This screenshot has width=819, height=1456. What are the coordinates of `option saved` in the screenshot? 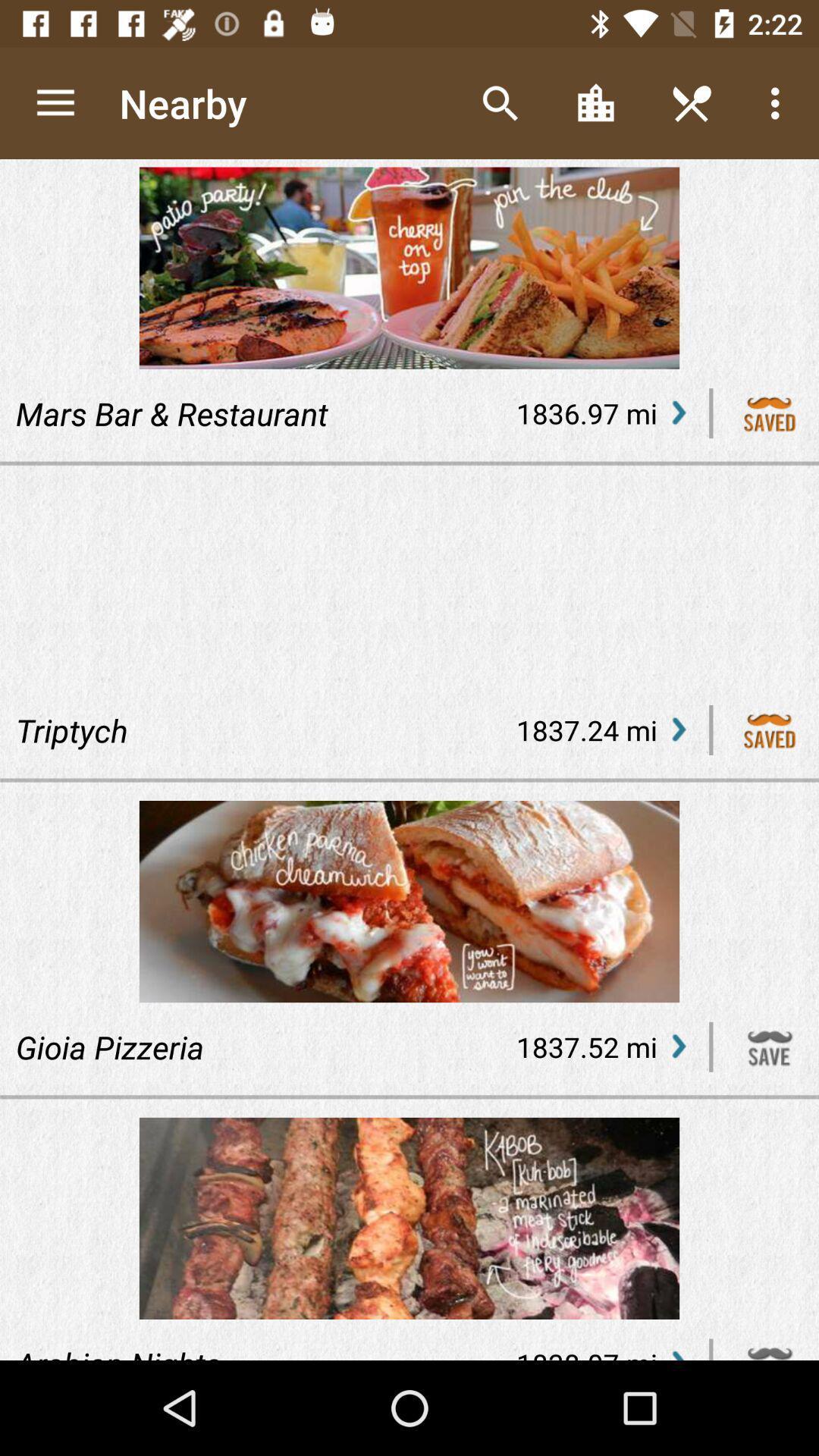 It's located at (770, 730).